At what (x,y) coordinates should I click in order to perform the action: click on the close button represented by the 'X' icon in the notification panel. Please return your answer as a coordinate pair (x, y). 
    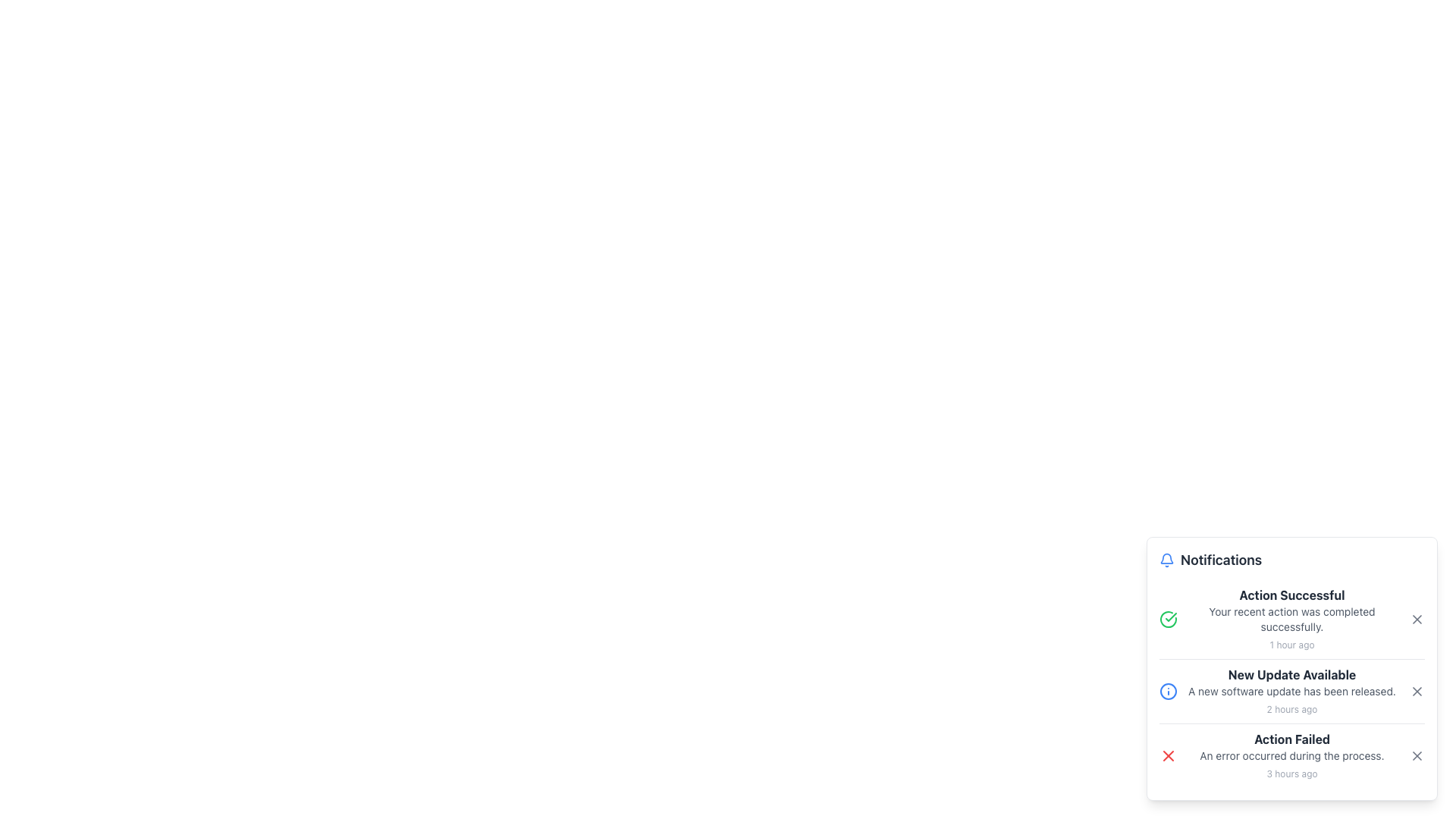
    Looking at the image, I should click on (1416, 691).